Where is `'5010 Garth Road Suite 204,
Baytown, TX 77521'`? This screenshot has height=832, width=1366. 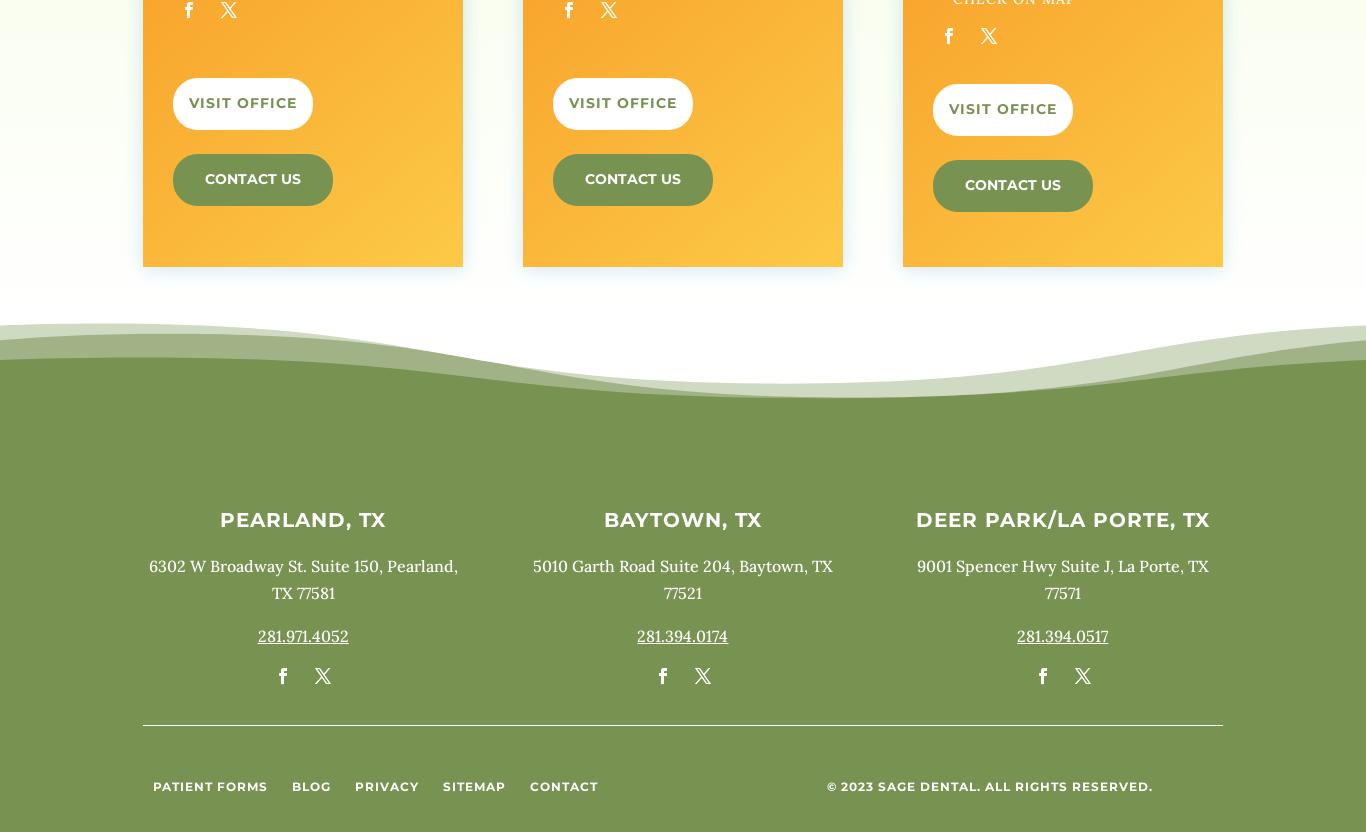 '5010 Garth Road Suite 204,
Baytown, TX 77521' is located at coordinates (681, 577).